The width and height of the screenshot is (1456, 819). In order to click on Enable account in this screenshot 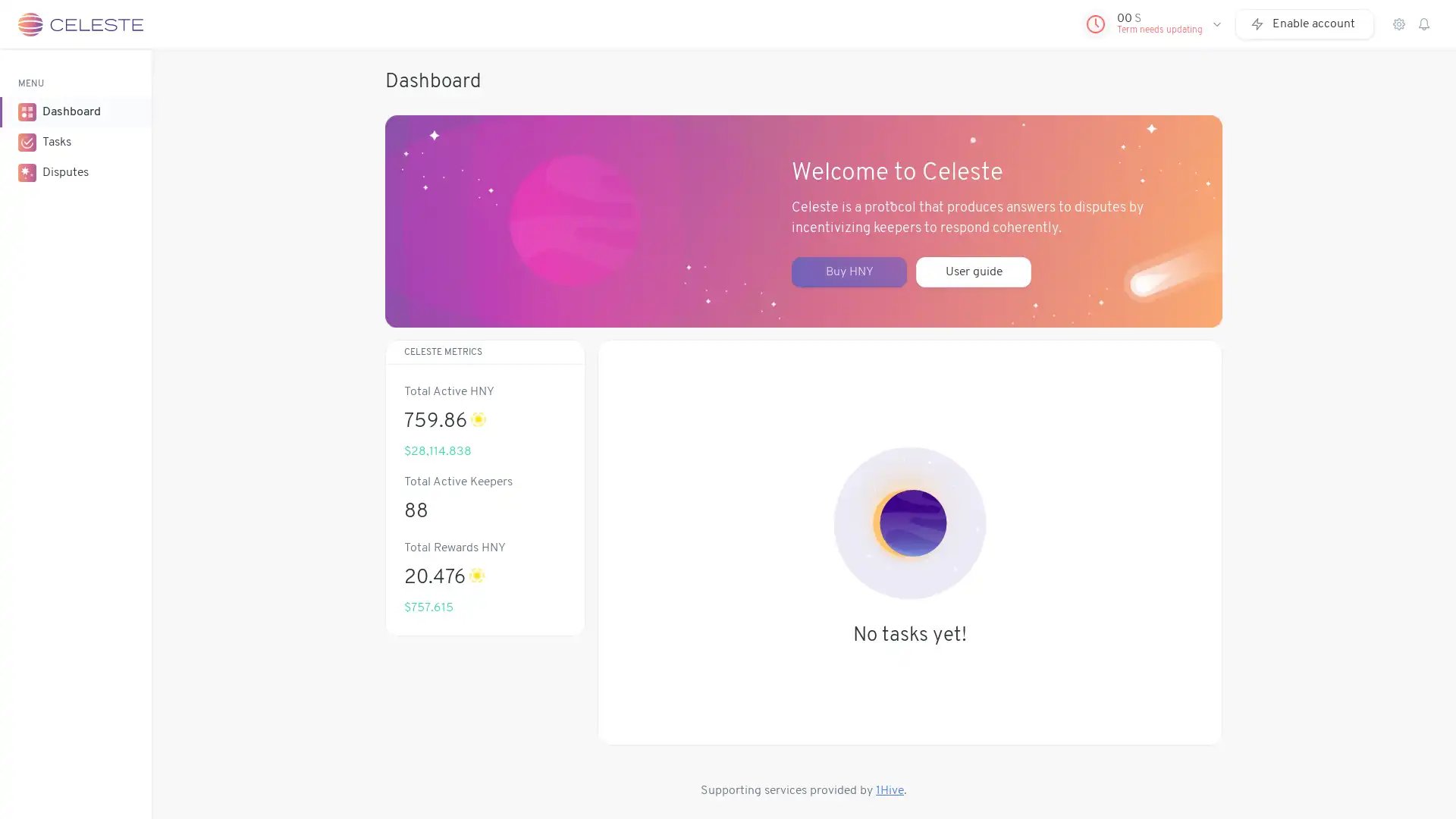, I will do `click(1304, 24)`.